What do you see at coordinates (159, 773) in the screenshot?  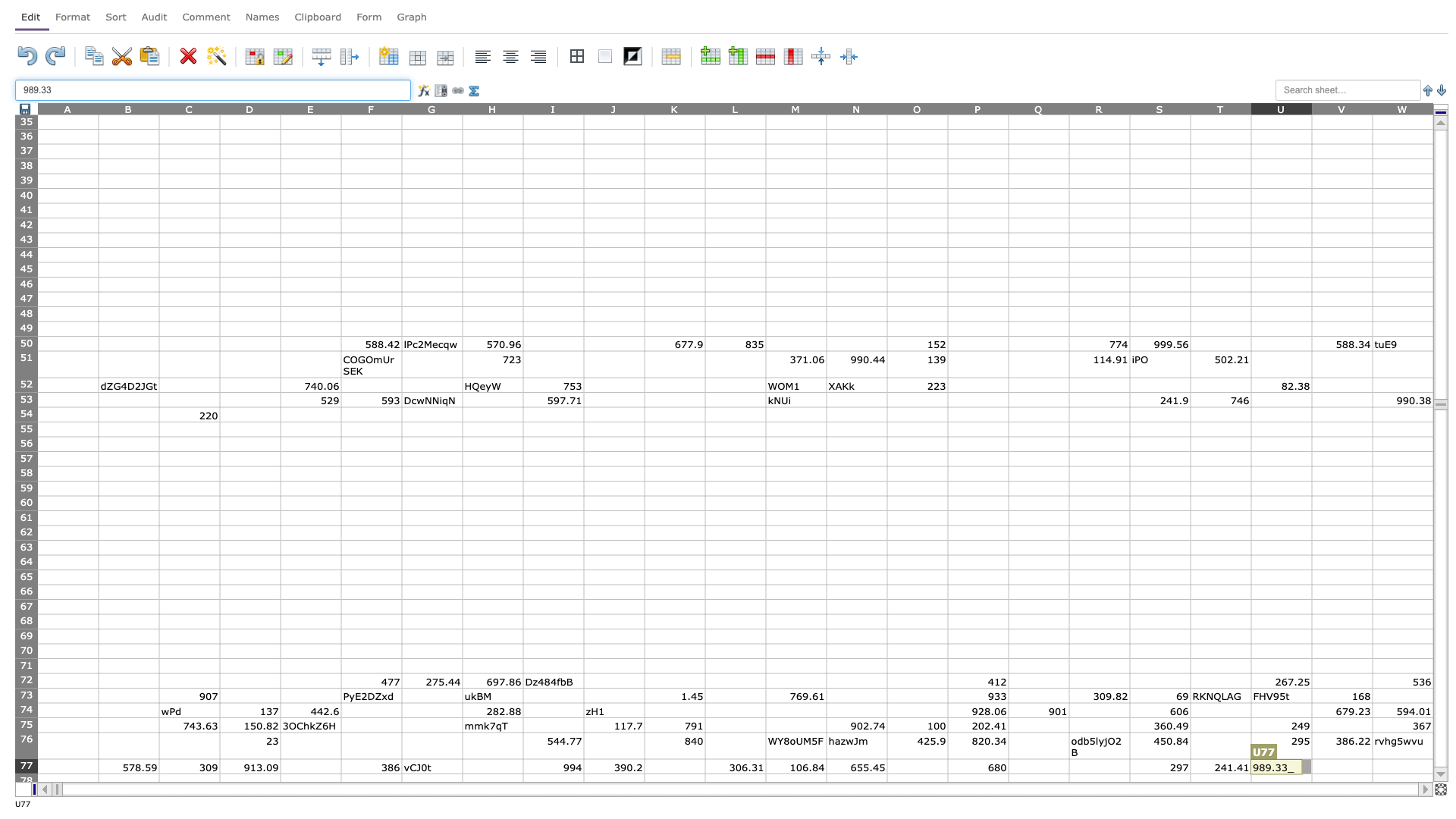 I see `Top left of cell C78` at bounding box center [159, 773].